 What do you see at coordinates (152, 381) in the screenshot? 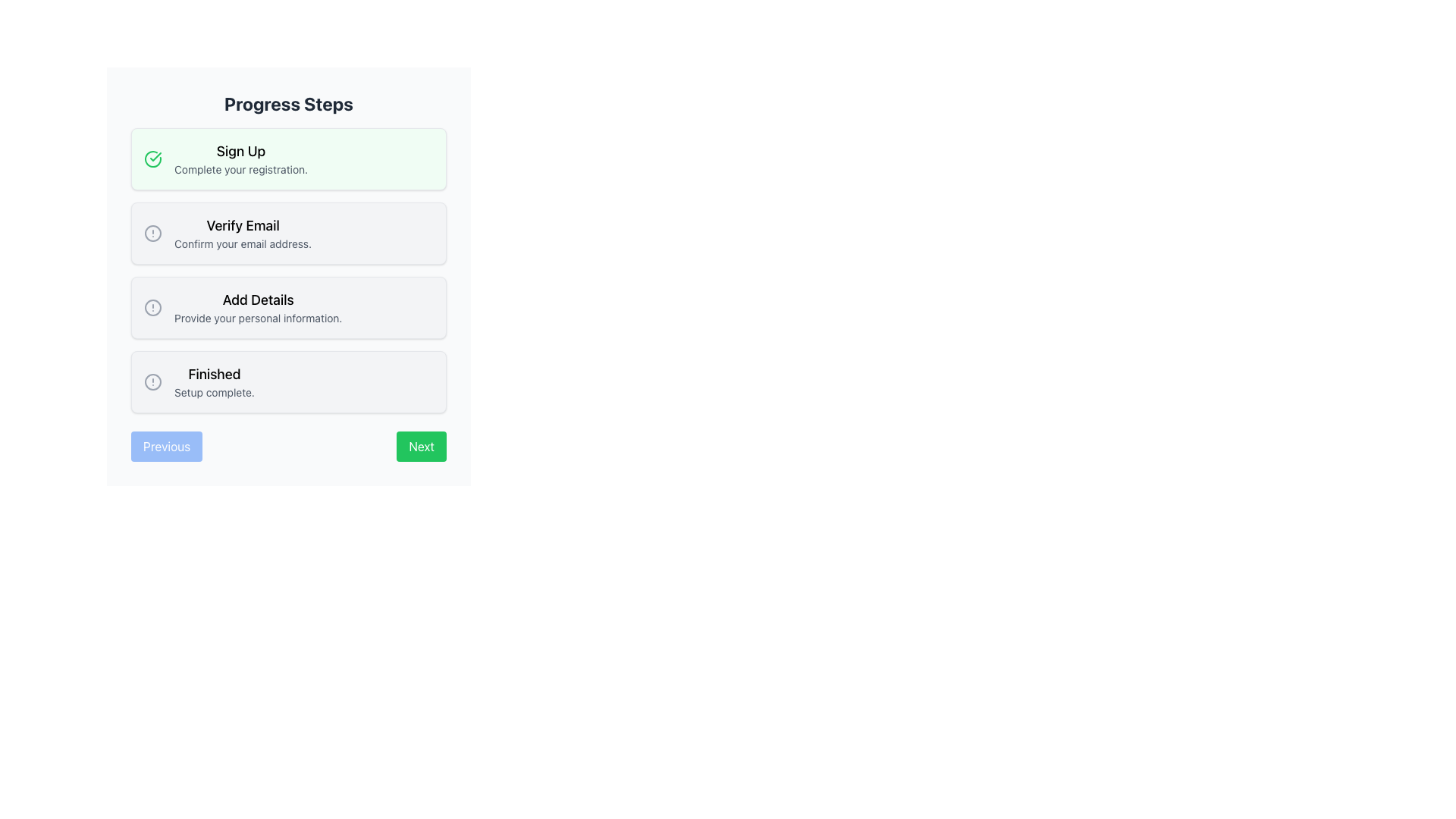
I see `the circular indicator element with a thin gray border located next to the 'Finished' step in the vertical progress list` at bounding box center [152, 381].